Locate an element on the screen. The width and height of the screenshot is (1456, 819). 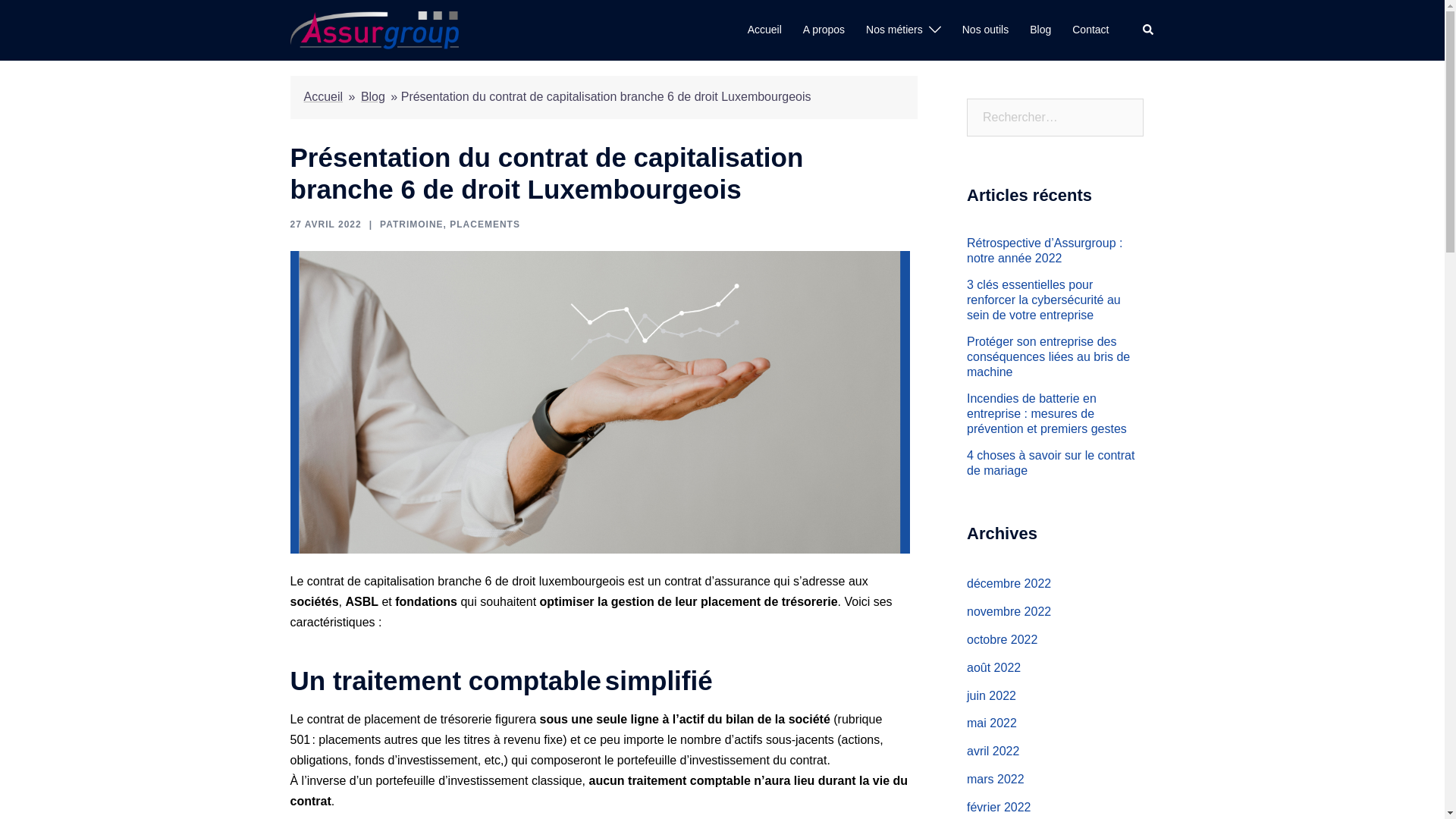
'juin 2022' is located at coordinates (991, 695).